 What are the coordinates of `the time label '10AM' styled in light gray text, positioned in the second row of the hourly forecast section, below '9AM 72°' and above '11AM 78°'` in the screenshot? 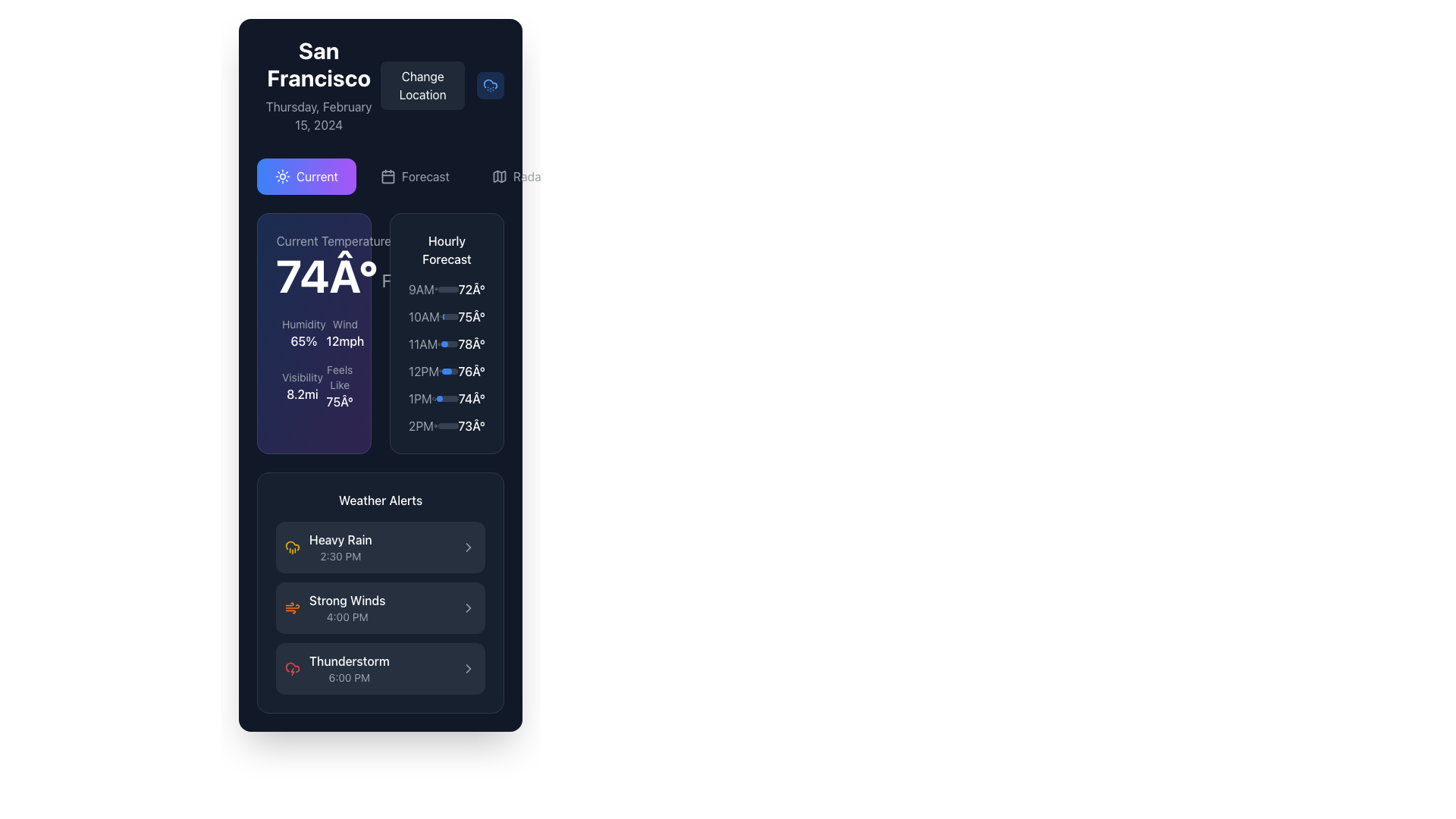 It's located at (424, 315).